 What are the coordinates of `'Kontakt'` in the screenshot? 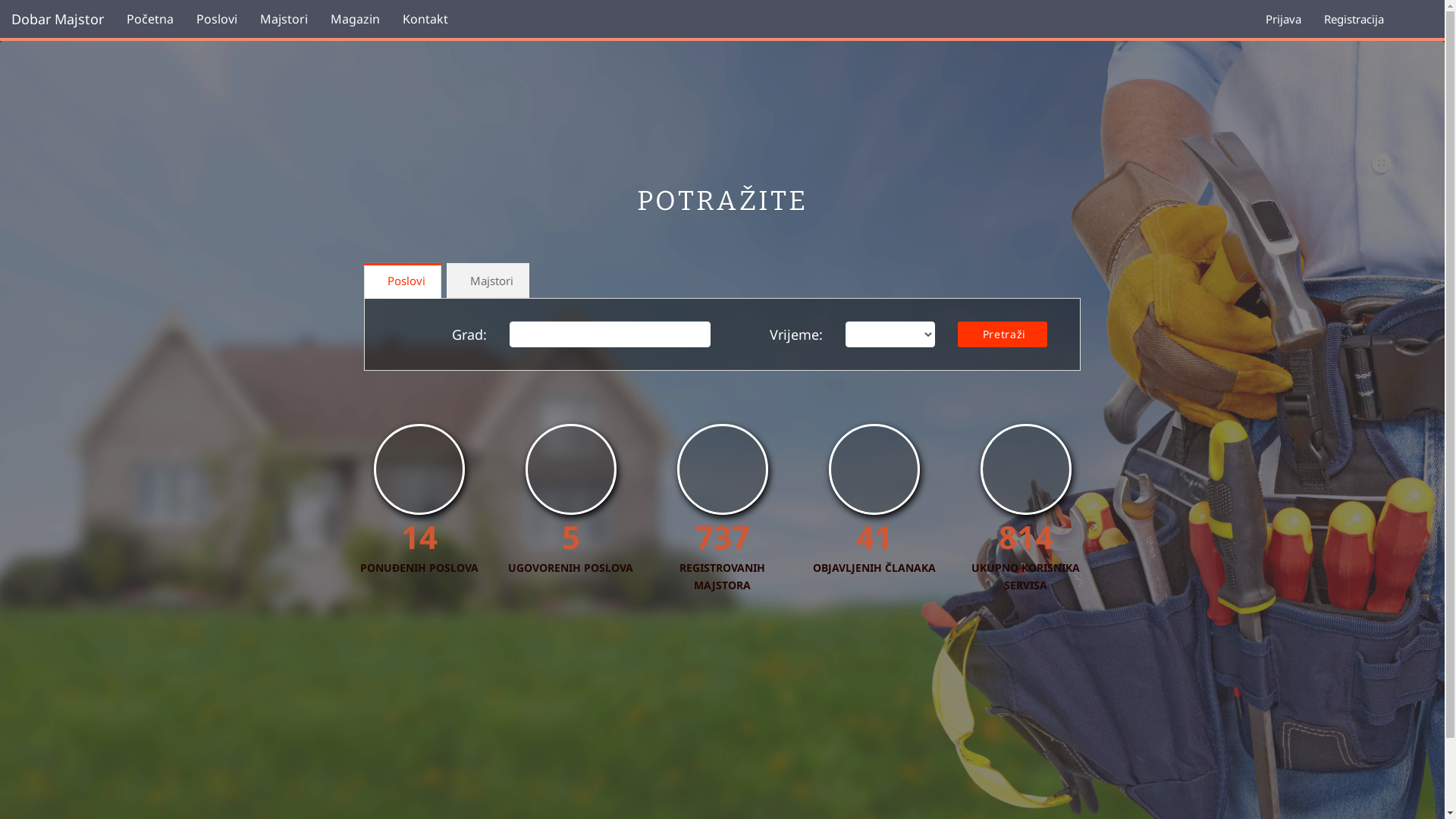 It's located at (425, 18).